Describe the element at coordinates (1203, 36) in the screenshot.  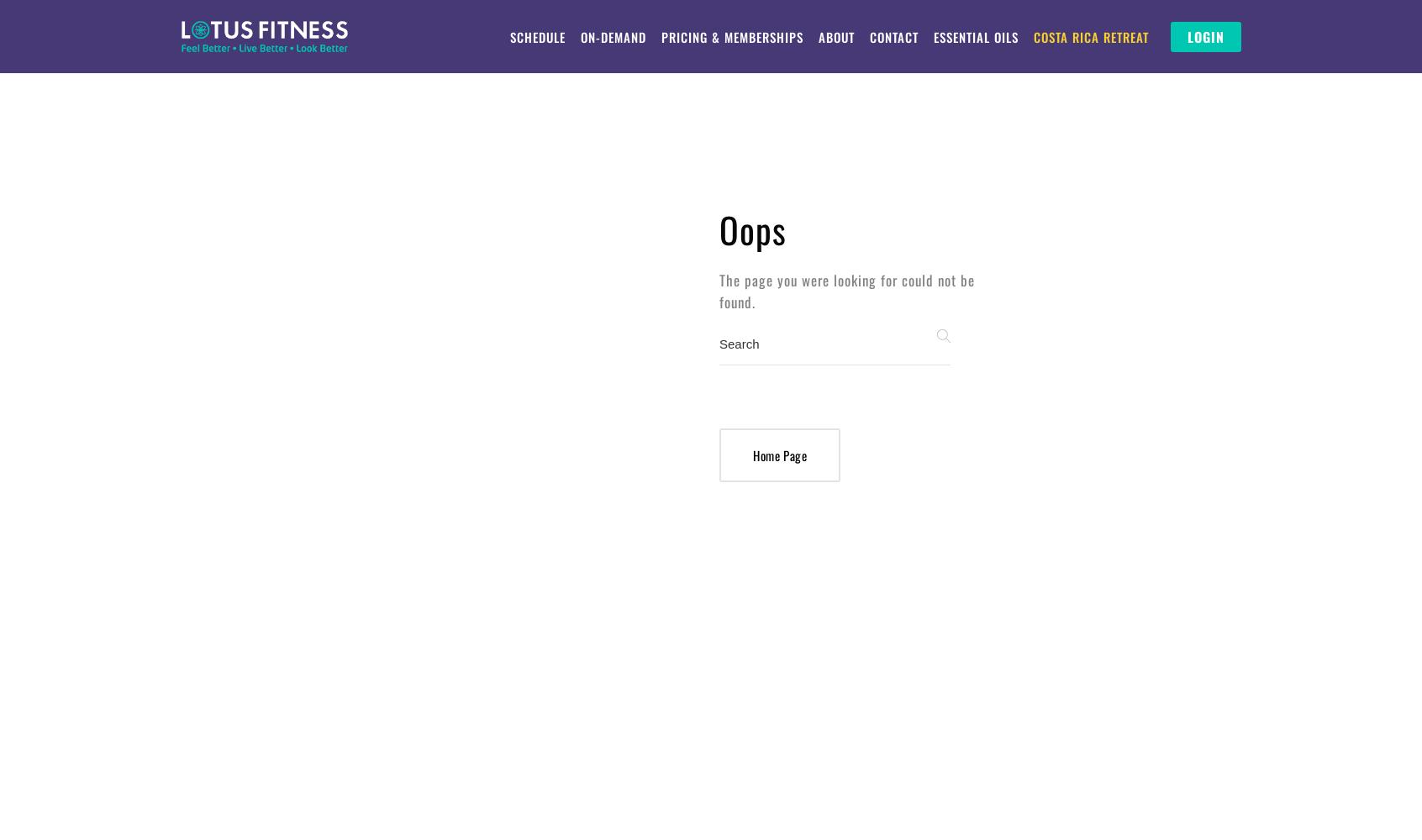
I see `'LOGIN'` at that location.